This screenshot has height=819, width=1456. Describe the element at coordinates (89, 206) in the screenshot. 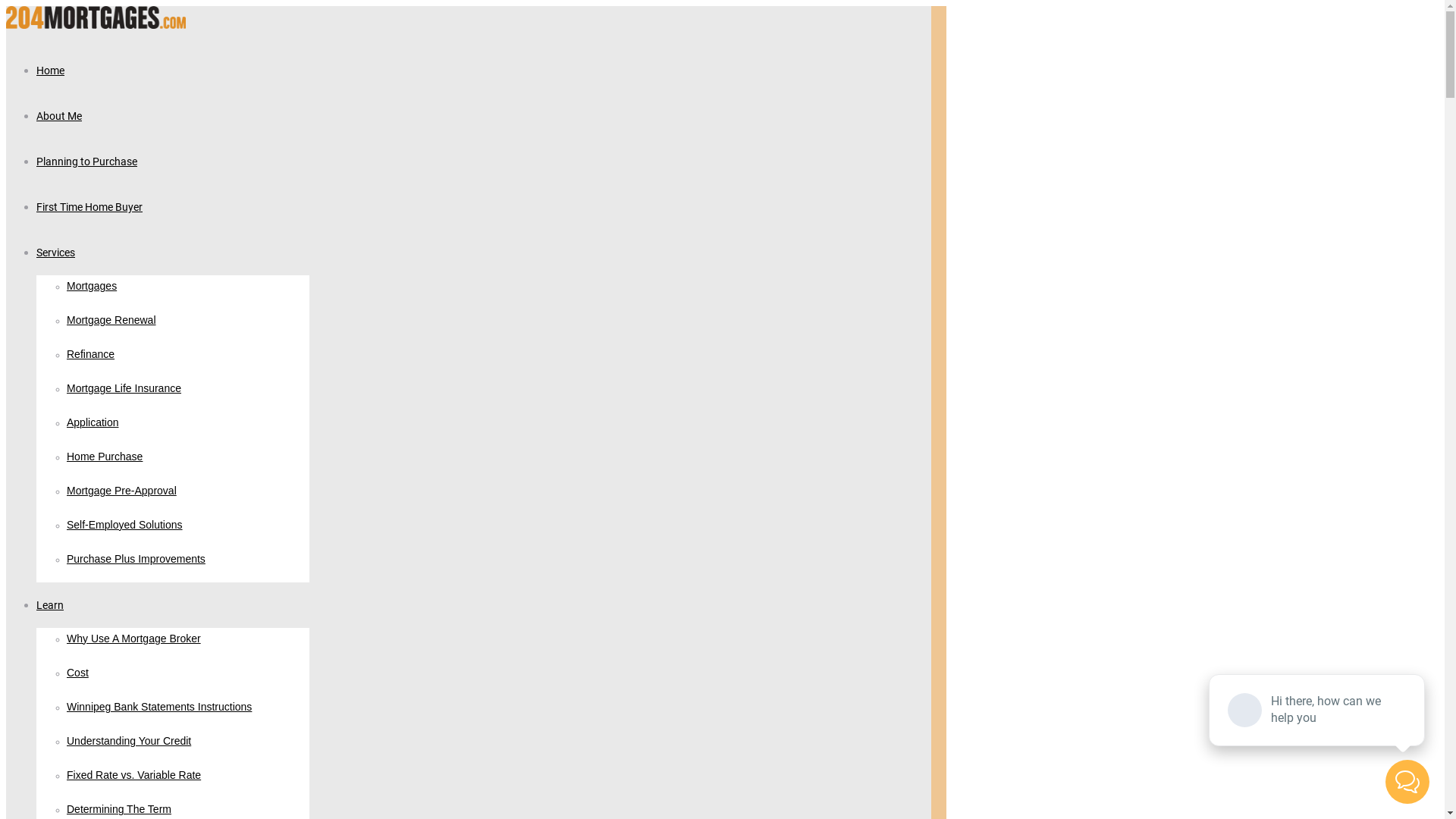

I see `'First Time Home Buyer'` at that location.